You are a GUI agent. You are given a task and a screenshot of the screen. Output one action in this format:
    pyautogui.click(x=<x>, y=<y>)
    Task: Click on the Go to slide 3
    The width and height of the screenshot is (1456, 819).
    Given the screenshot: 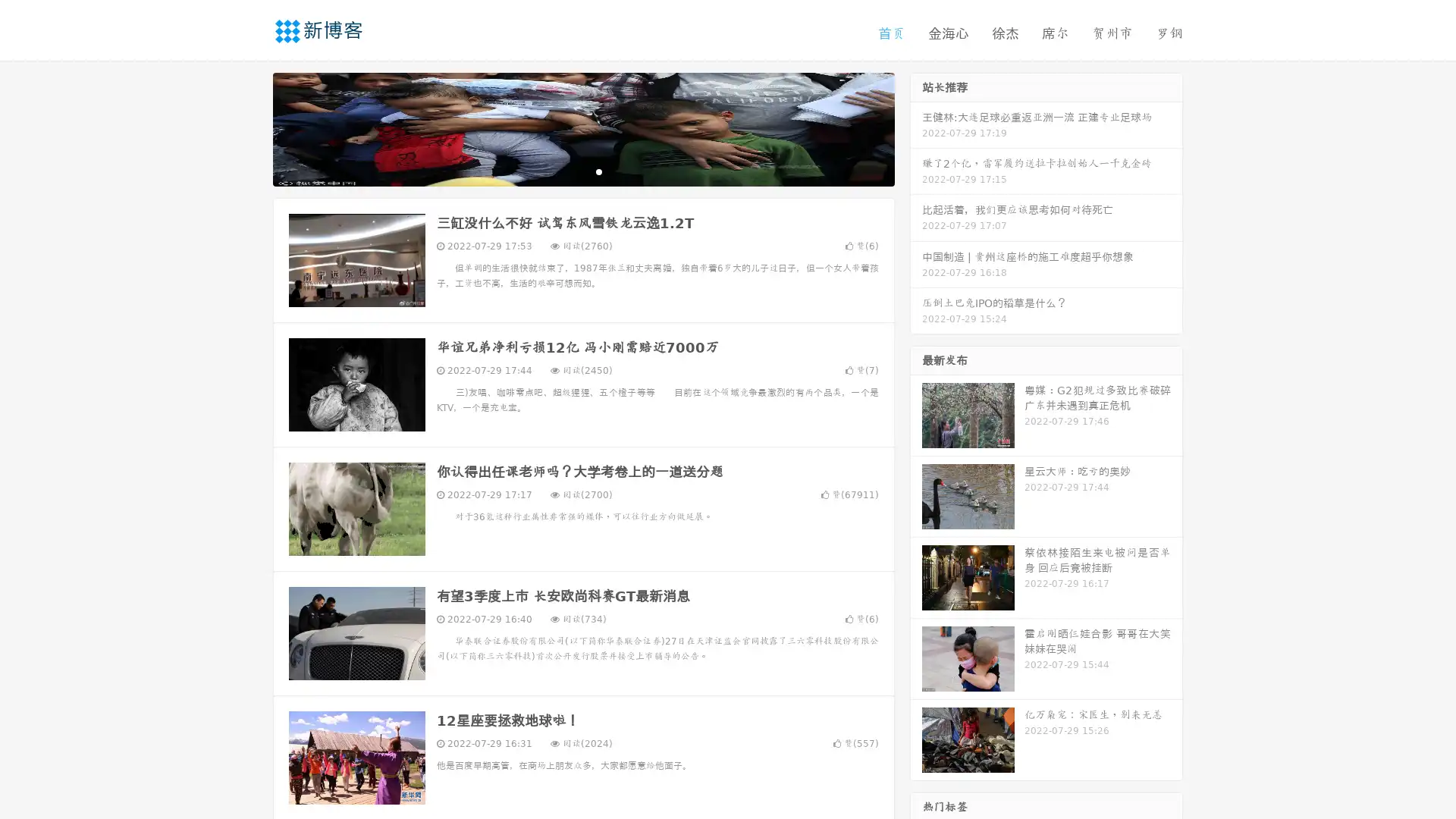 What is the action you would take?
    pyautogui.click(x=598, y=171)
    